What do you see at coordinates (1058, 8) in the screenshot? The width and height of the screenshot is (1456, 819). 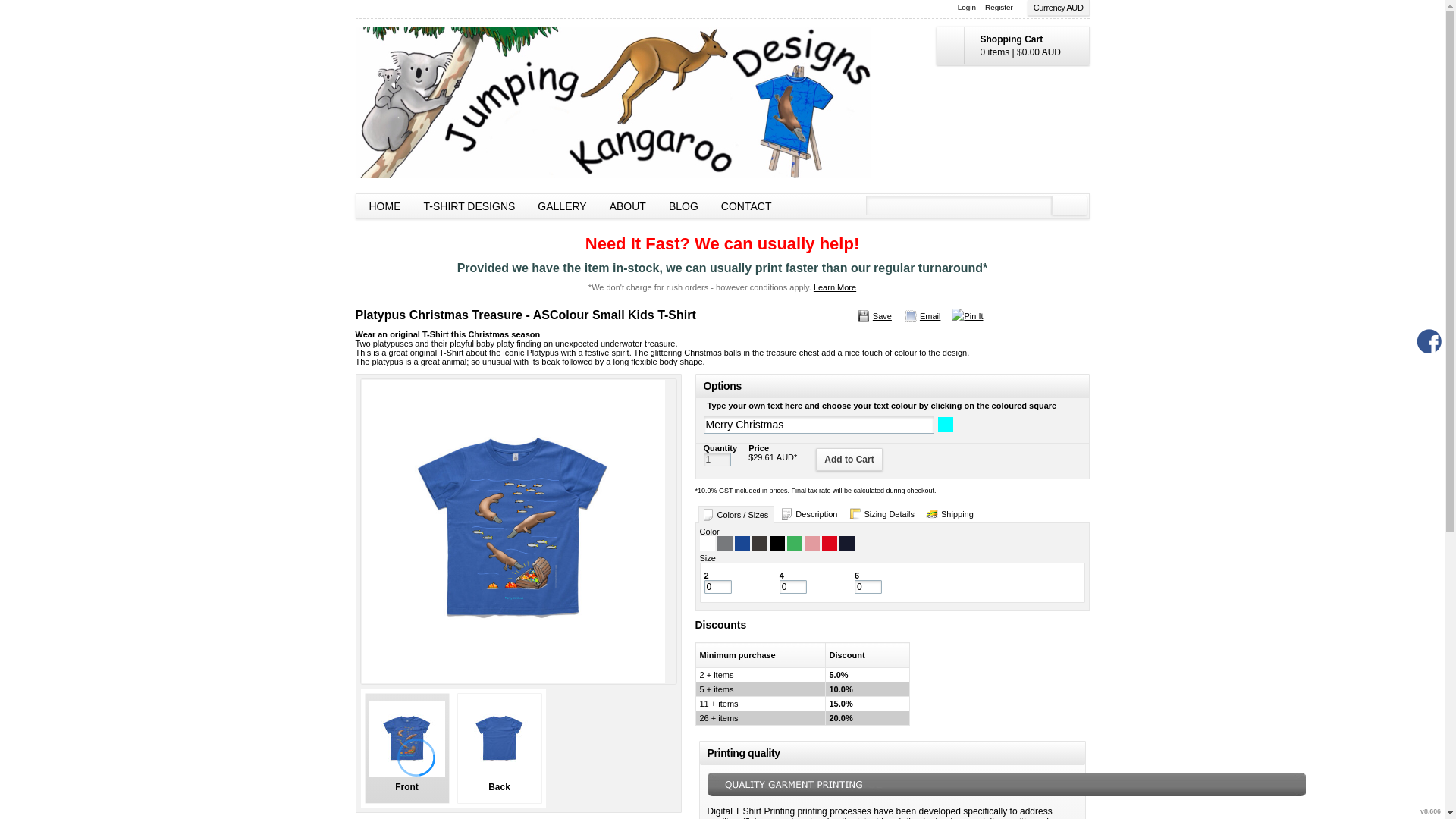 I see `'Currency AUD'` at bounding box center [1058, 8].